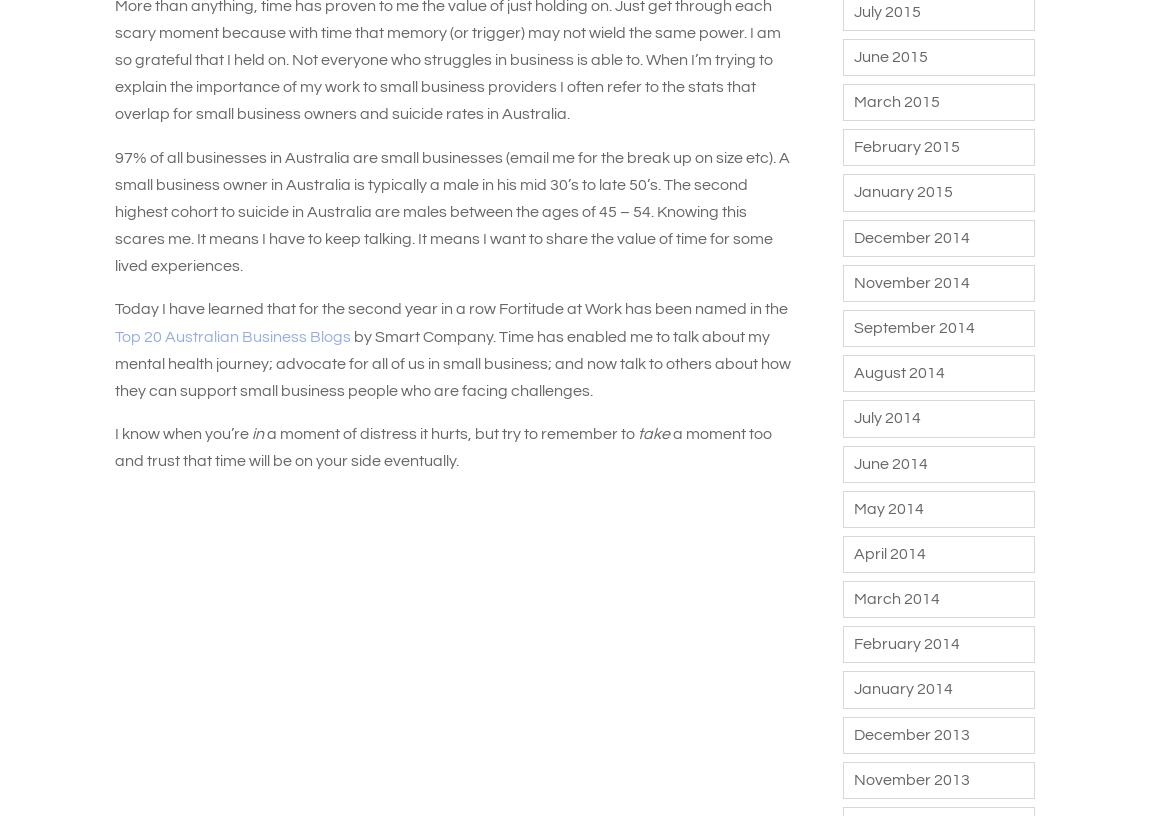 The width and height of the screenshot is (1150, 816). I want to click on 'a moment too and trust that time will be on your side eventually.', so click(443, 446).